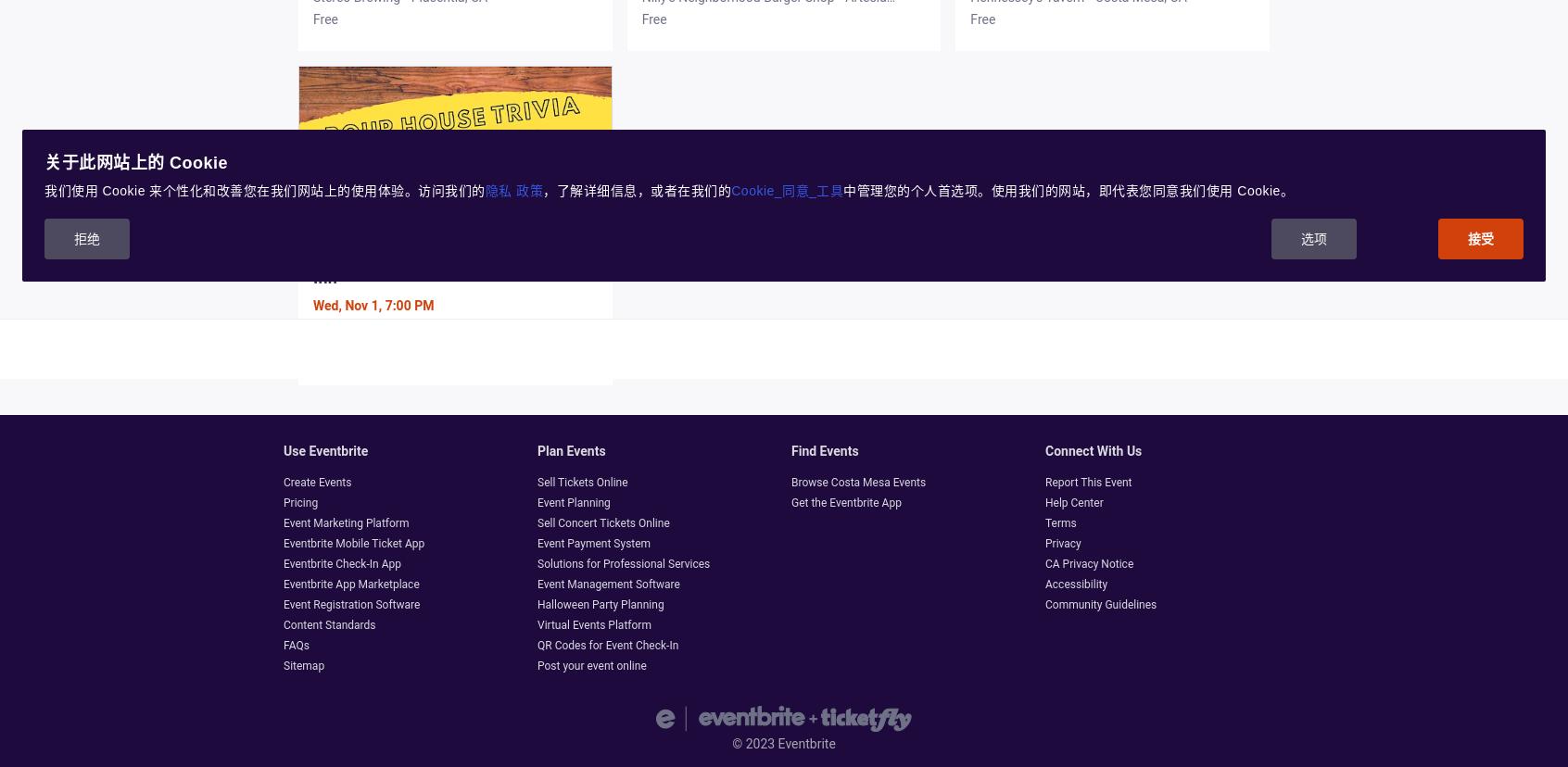  Describe the element at coordinates (1093, 451) in the screenshot. I see `'Connect with us'` at that location.